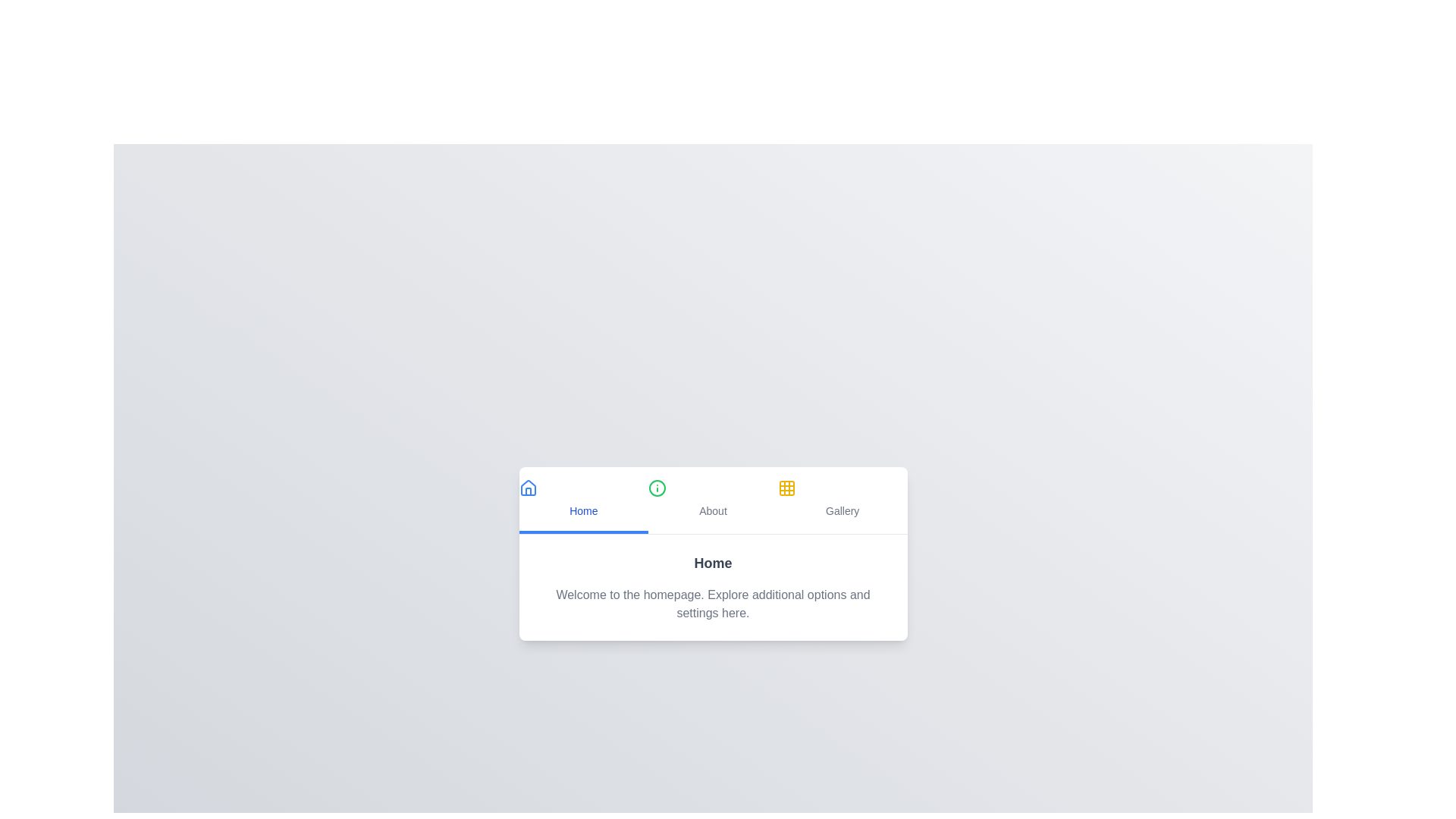 Image resolution: width=1456 pixels, height=819 pixels. What do you see at coordinates (528, 488) in the screenshot?
I see `the tab icon corresponding to Home` at bounding box center [528, 488].